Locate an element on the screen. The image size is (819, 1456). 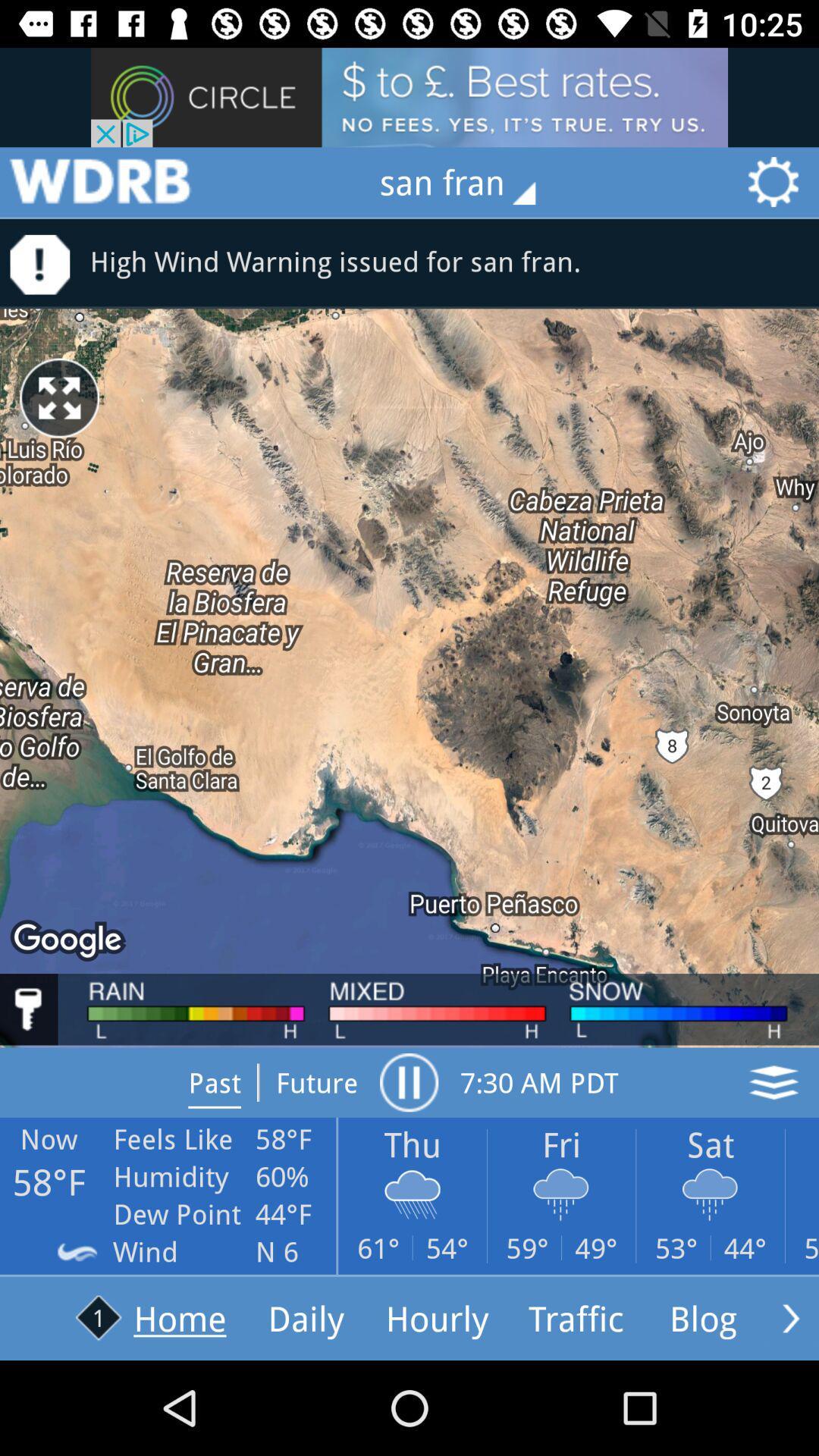
the layers icon is located at coordinates (773, 1081).